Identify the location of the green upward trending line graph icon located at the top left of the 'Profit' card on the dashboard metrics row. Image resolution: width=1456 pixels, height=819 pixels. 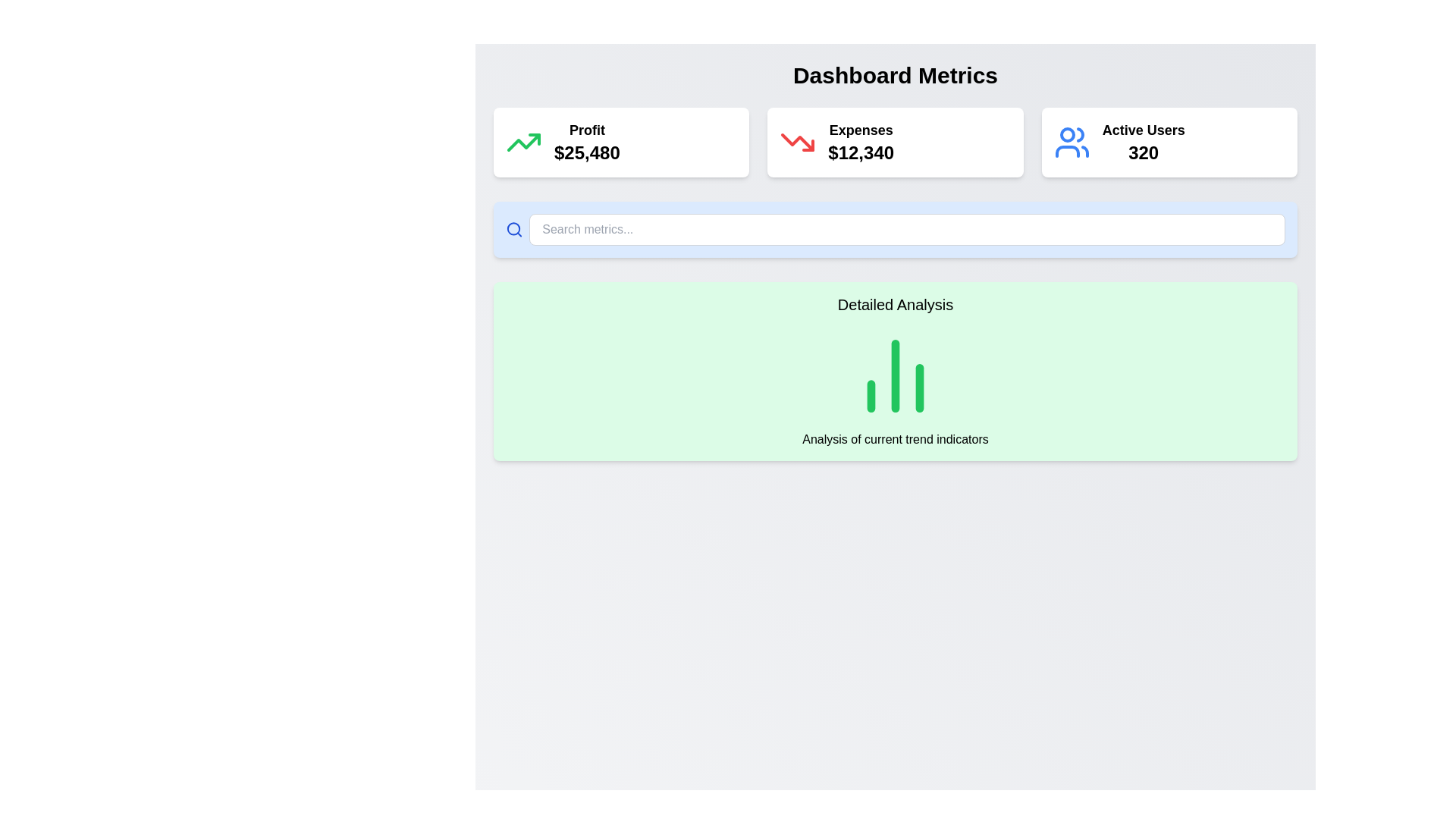
(524, 143).